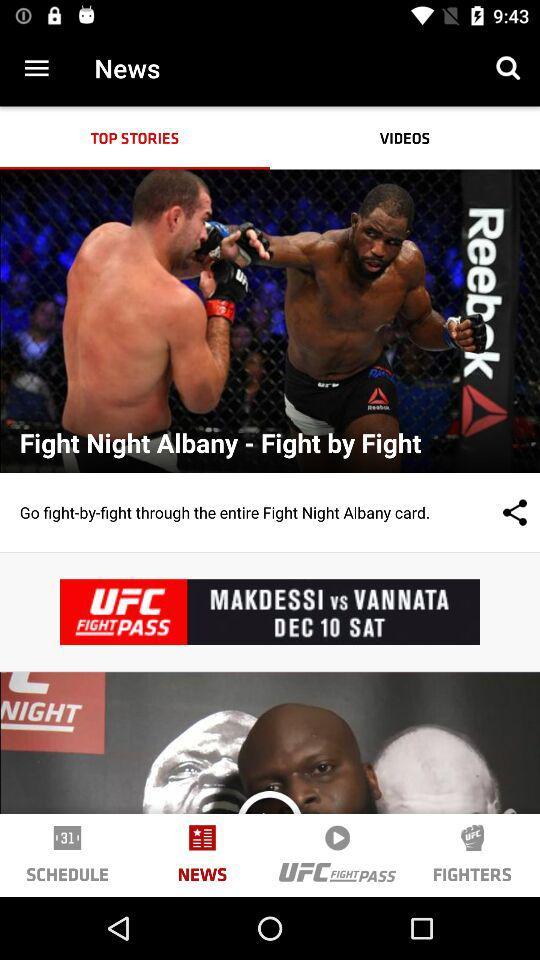 The image size is (540, 960). Describe the element at coordinates (494, 511) in the screenshot. I see `share icon` at that location.